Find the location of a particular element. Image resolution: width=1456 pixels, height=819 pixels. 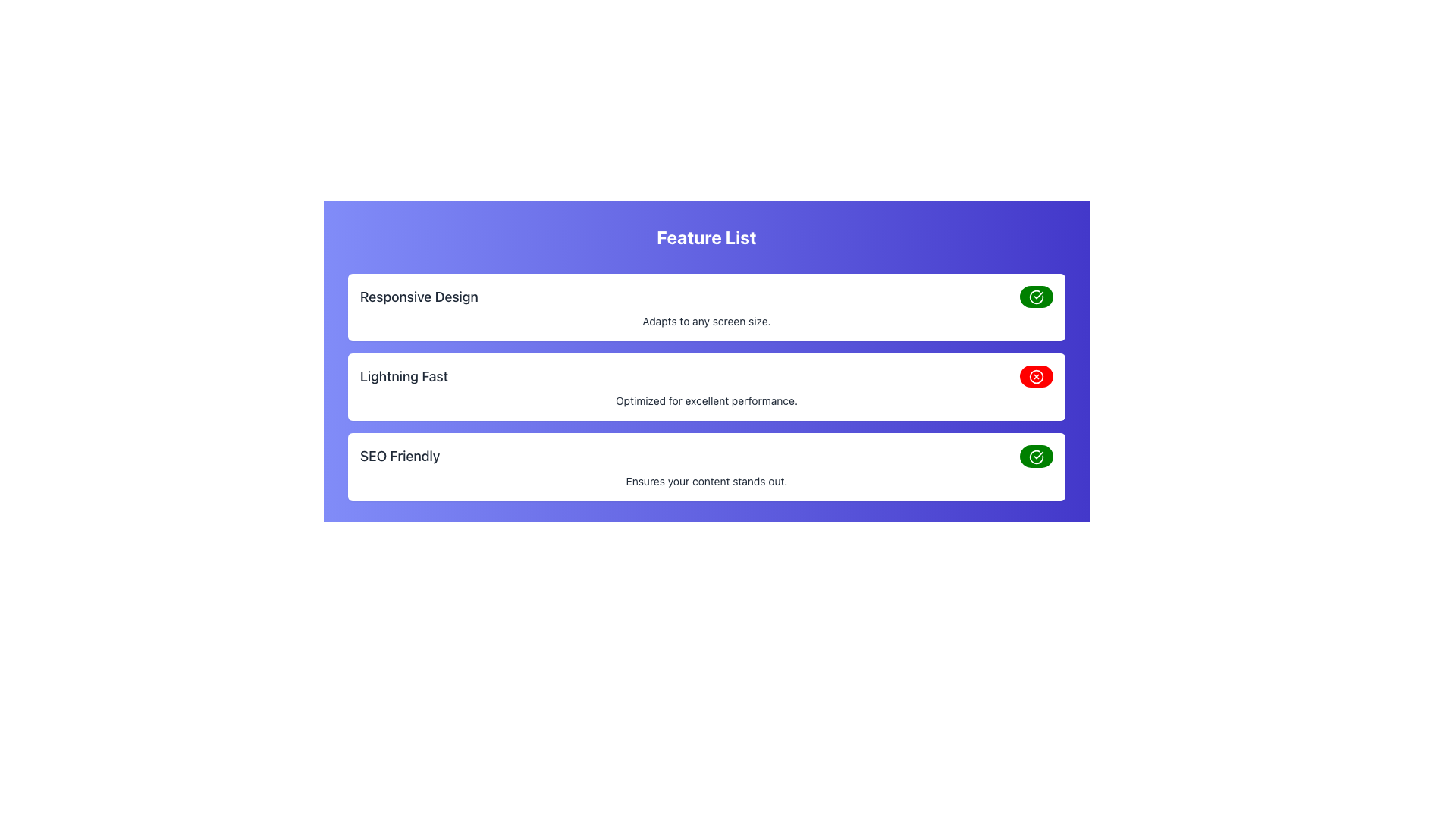

the descriptive text label that elaborates on the main heading 'Responsive Design', positioned directly below it is located at coordinates (705, 321).